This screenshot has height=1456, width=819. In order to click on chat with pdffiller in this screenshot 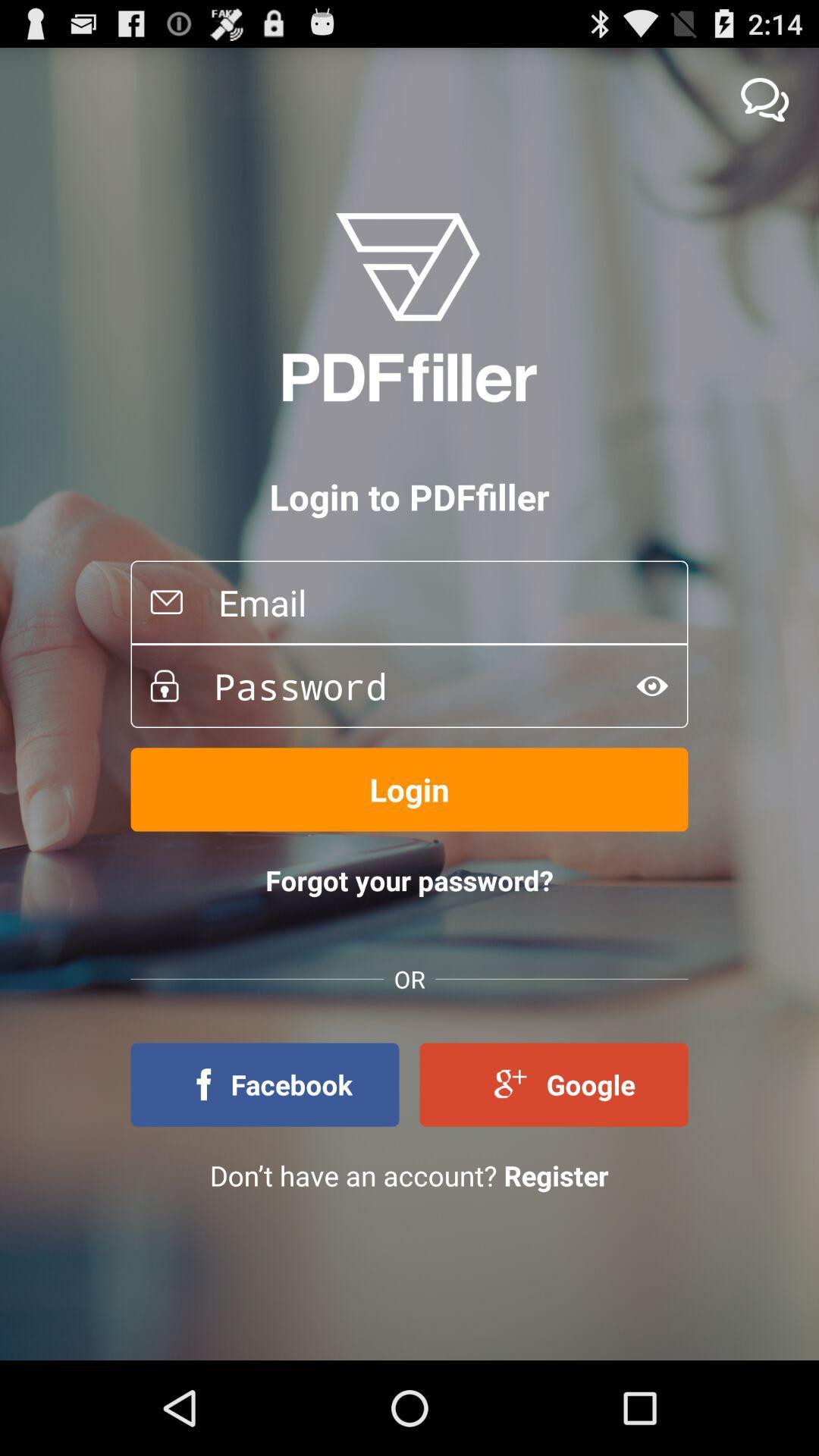, I will do `click(764, 99)`.